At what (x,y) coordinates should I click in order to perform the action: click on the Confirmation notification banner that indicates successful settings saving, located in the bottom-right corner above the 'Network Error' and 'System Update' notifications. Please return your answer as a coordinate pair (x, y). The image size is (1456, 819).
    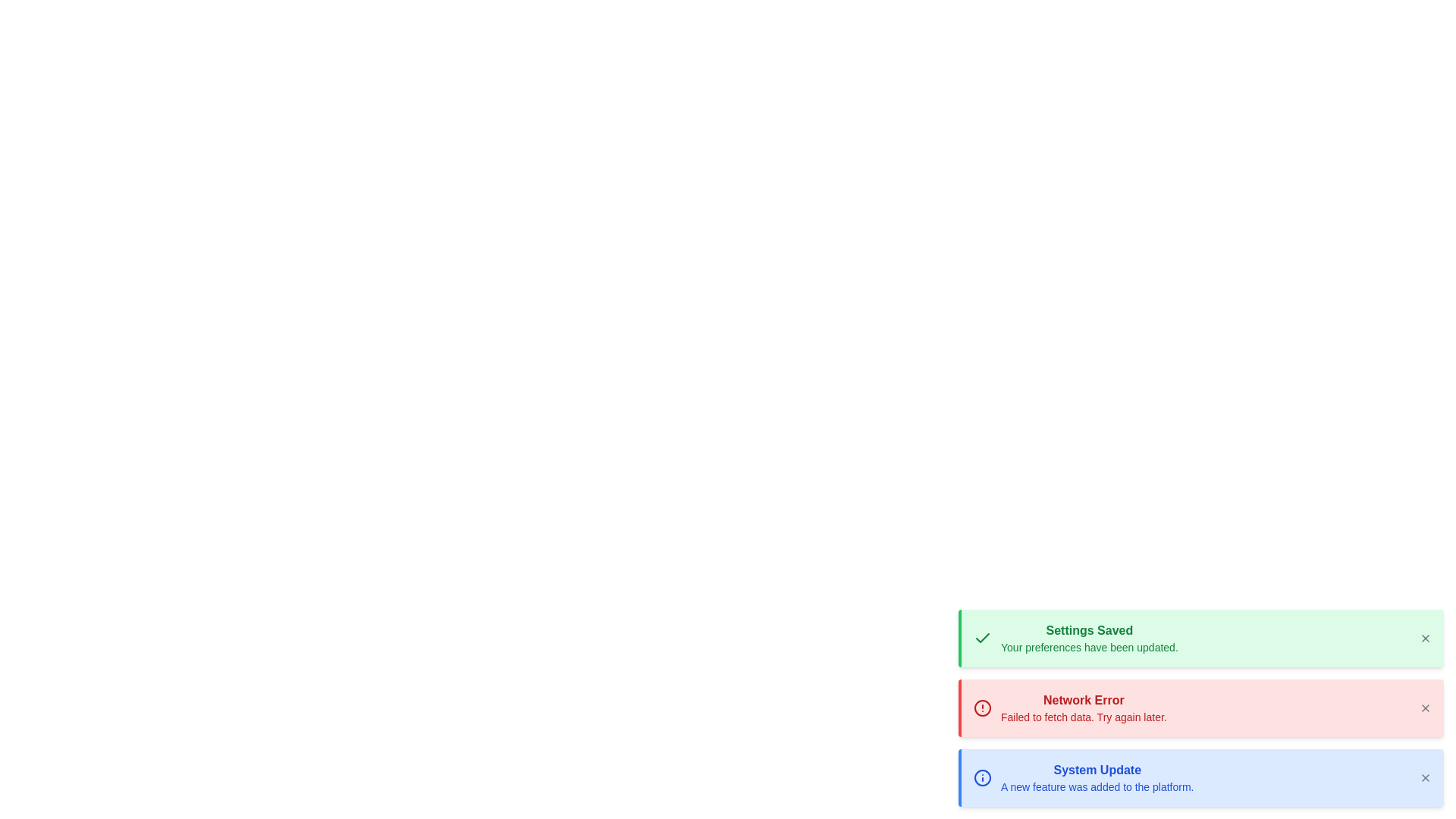
    Looking at the image, I should click on (1200, 638).